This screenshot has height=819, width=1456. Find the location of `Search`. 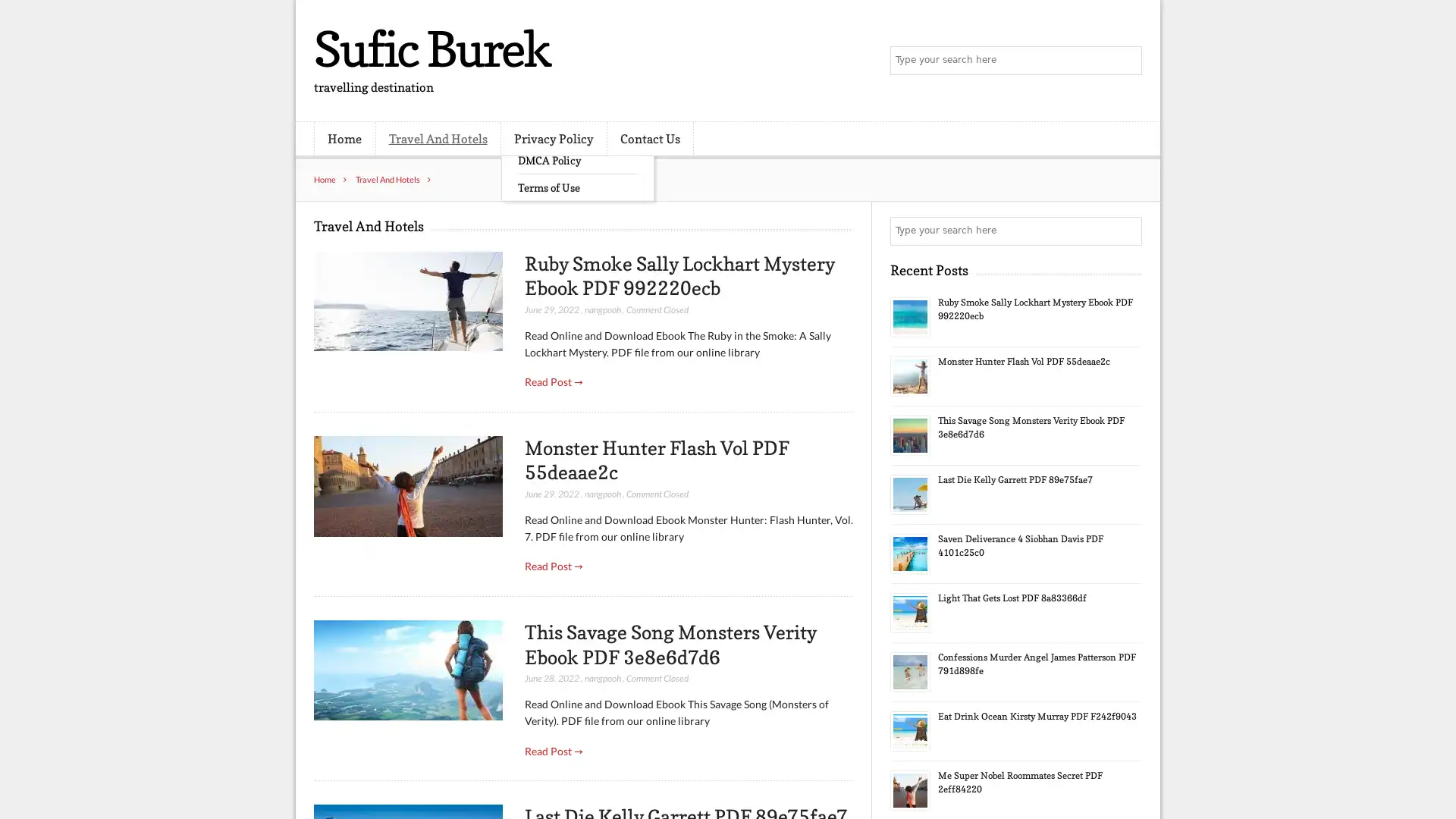

Search is located at coordinates (1126, 61).